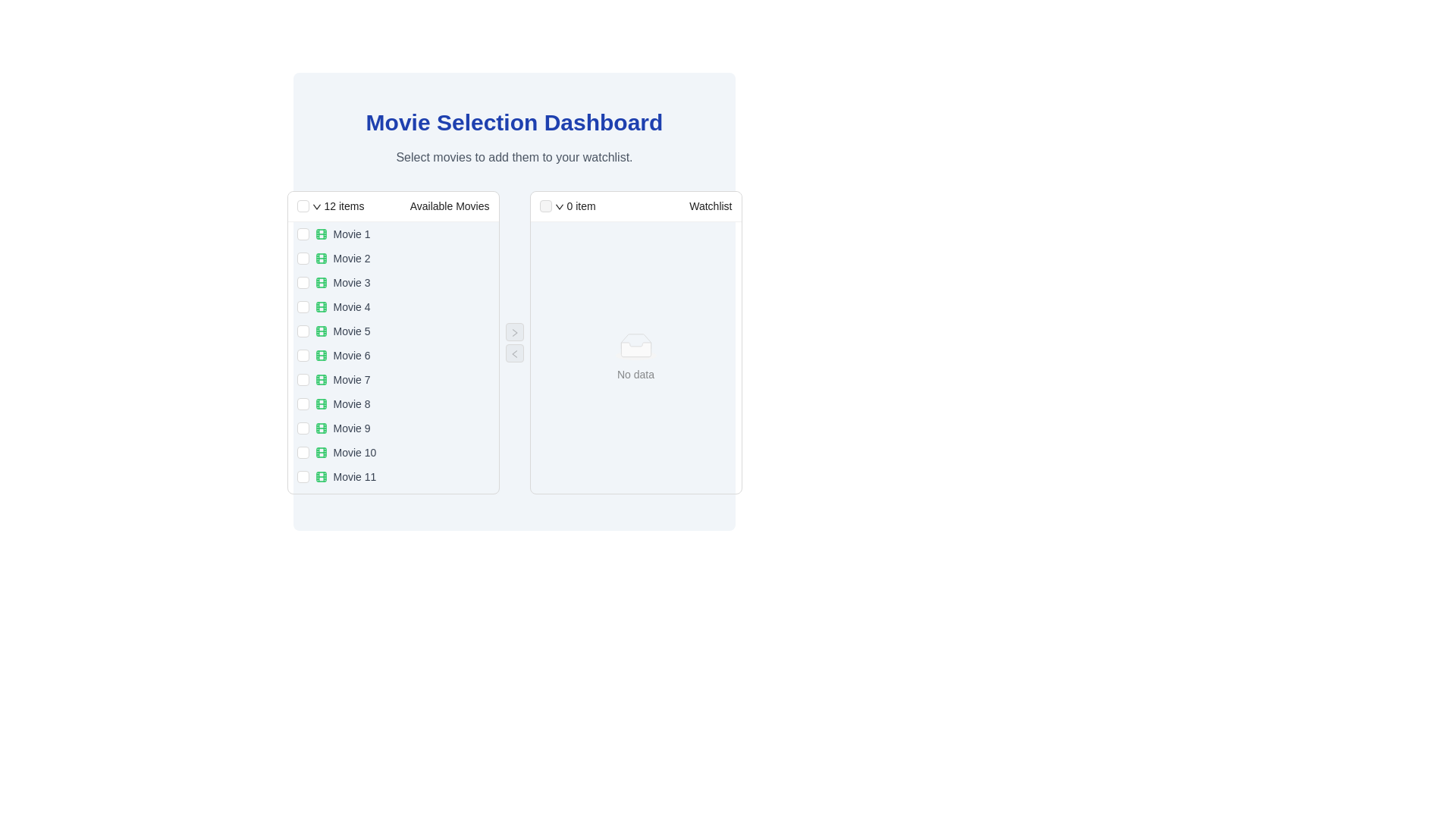  I want to click on the movie icon for 'Movie 4' in the 'Available Movies' list, which is represented as a graphical marker within a filmstrip layout, so click(320, 307).